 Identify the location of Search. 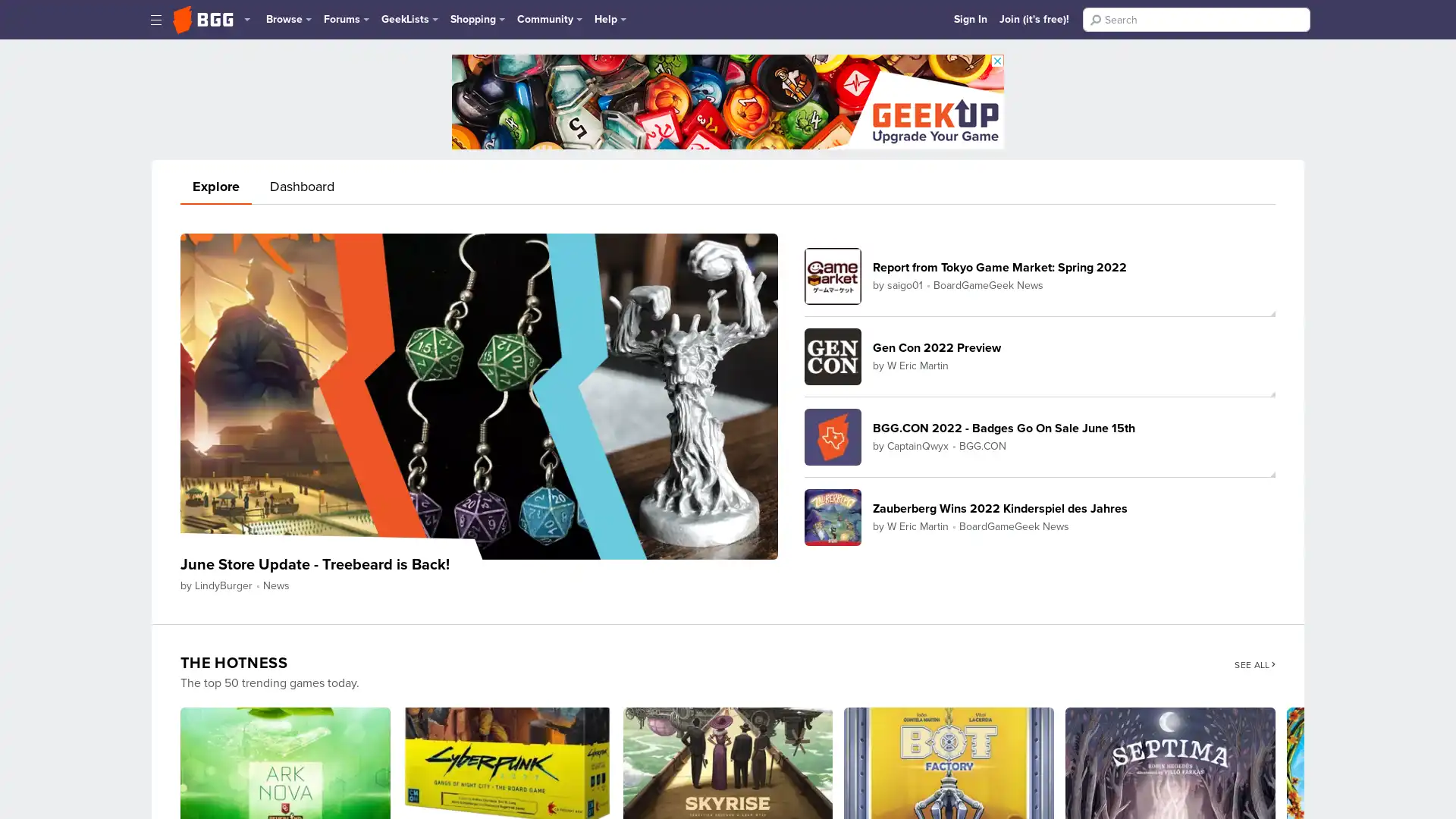
(1094, 20).